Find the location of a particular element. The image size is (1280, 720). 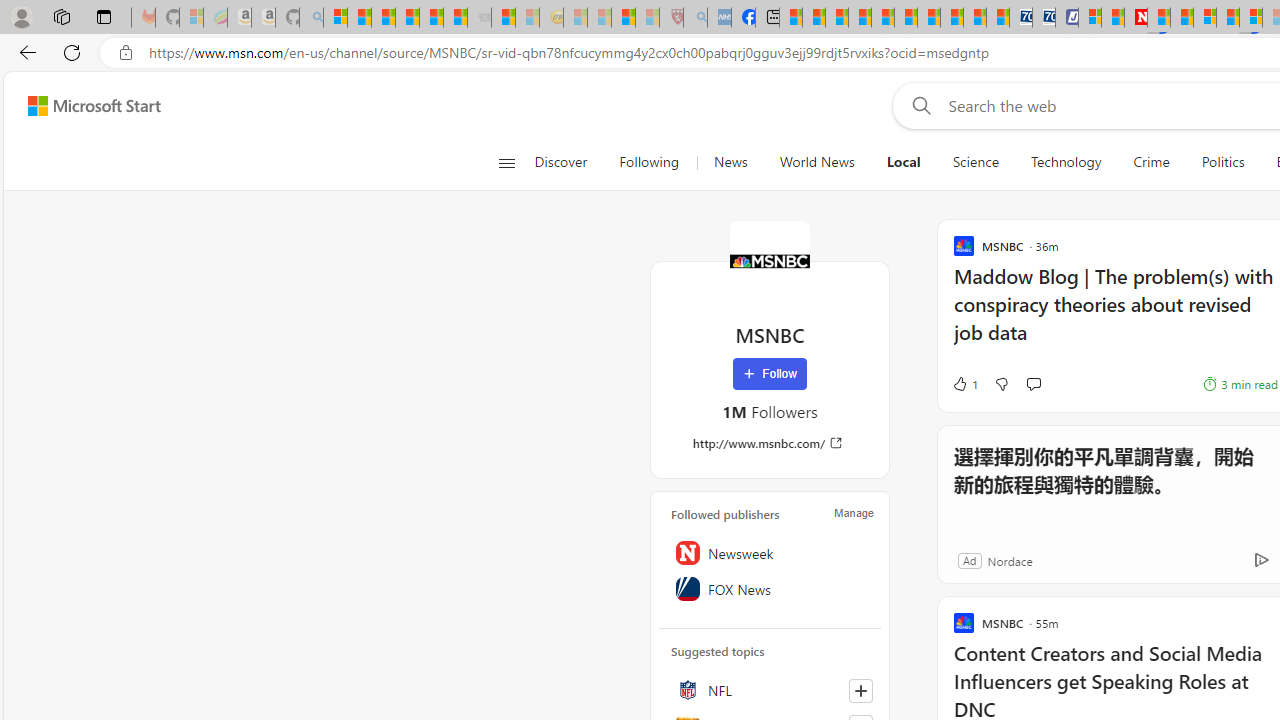

'http://www.msnbc.com/' is located at coordinates (768, 442).